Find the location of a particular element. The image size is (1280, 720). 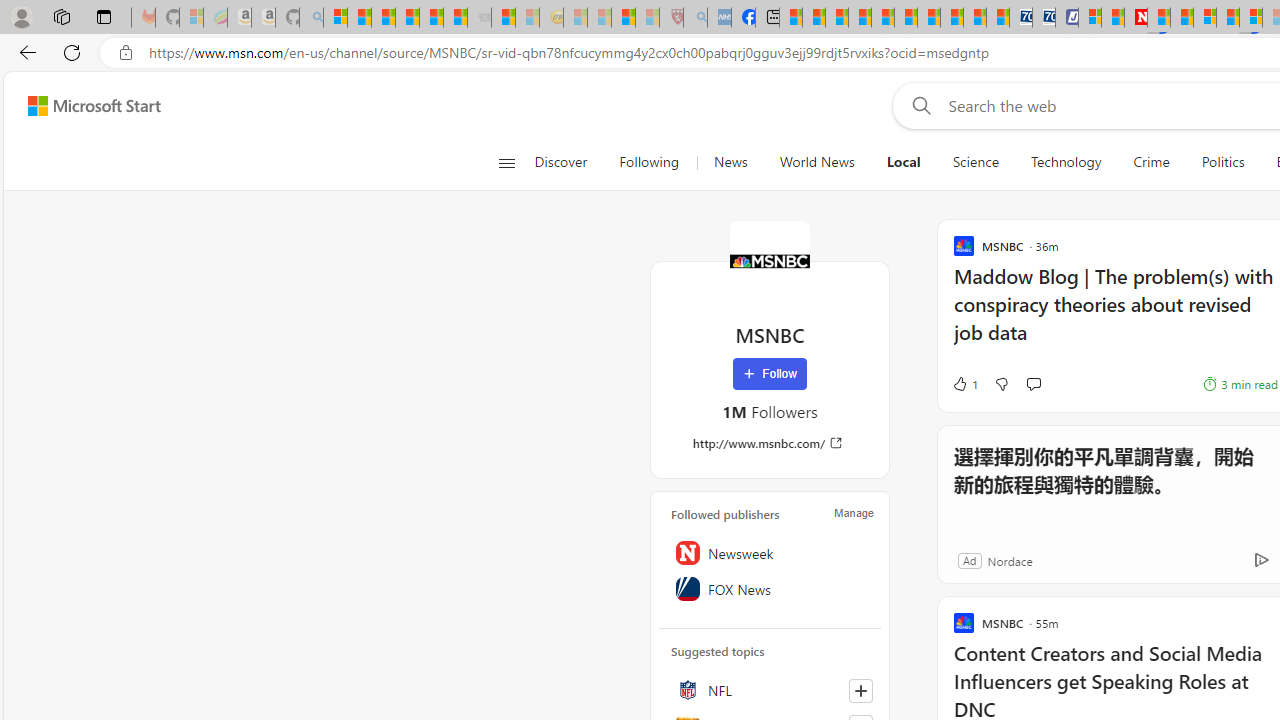

'http://www.msnbc.com/' is located at coordinates (768, 442).